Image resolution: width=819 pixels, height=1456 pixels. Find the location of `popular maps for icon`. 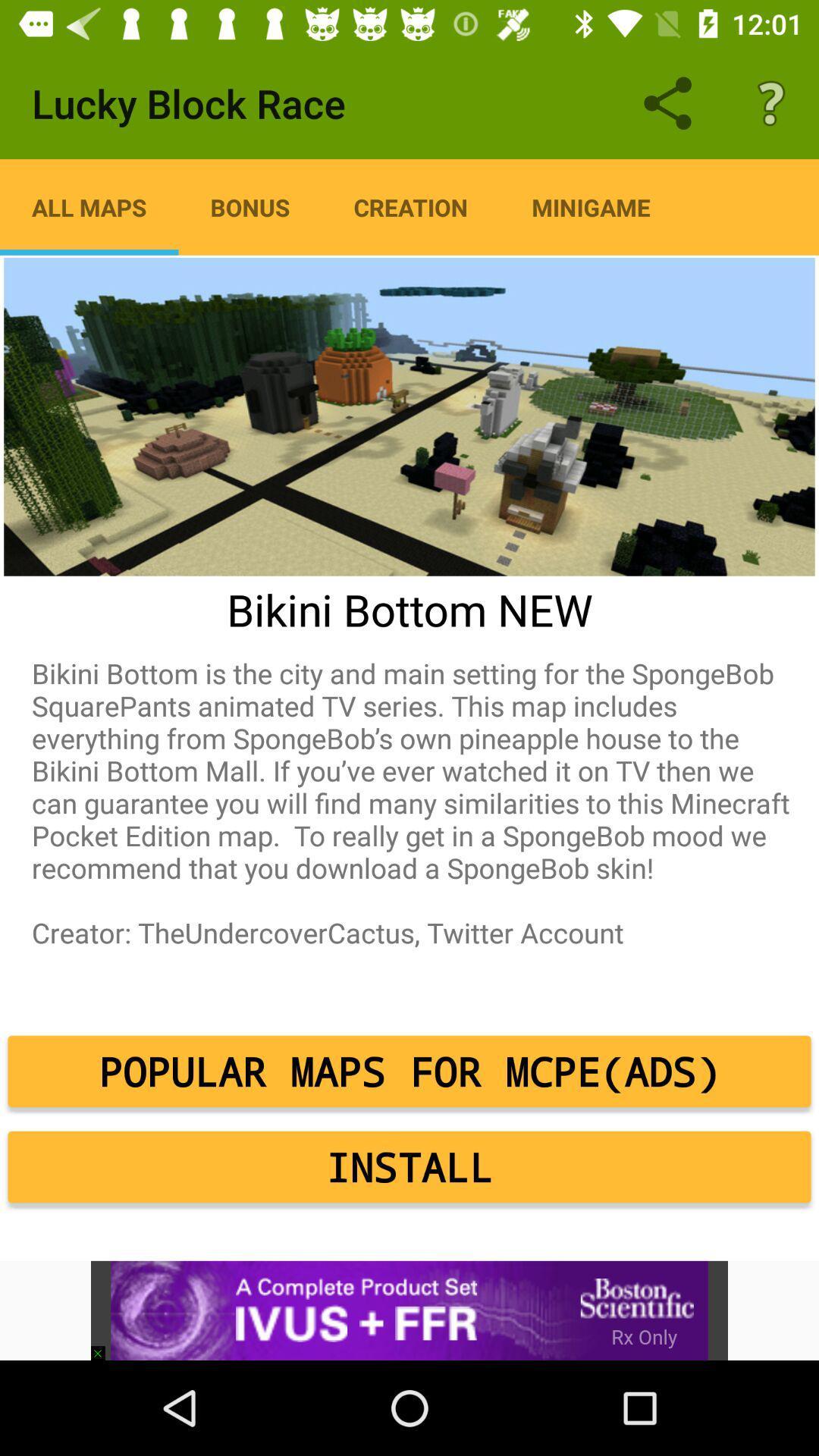

popular maps for icon is located at coordinates (409, 1070).